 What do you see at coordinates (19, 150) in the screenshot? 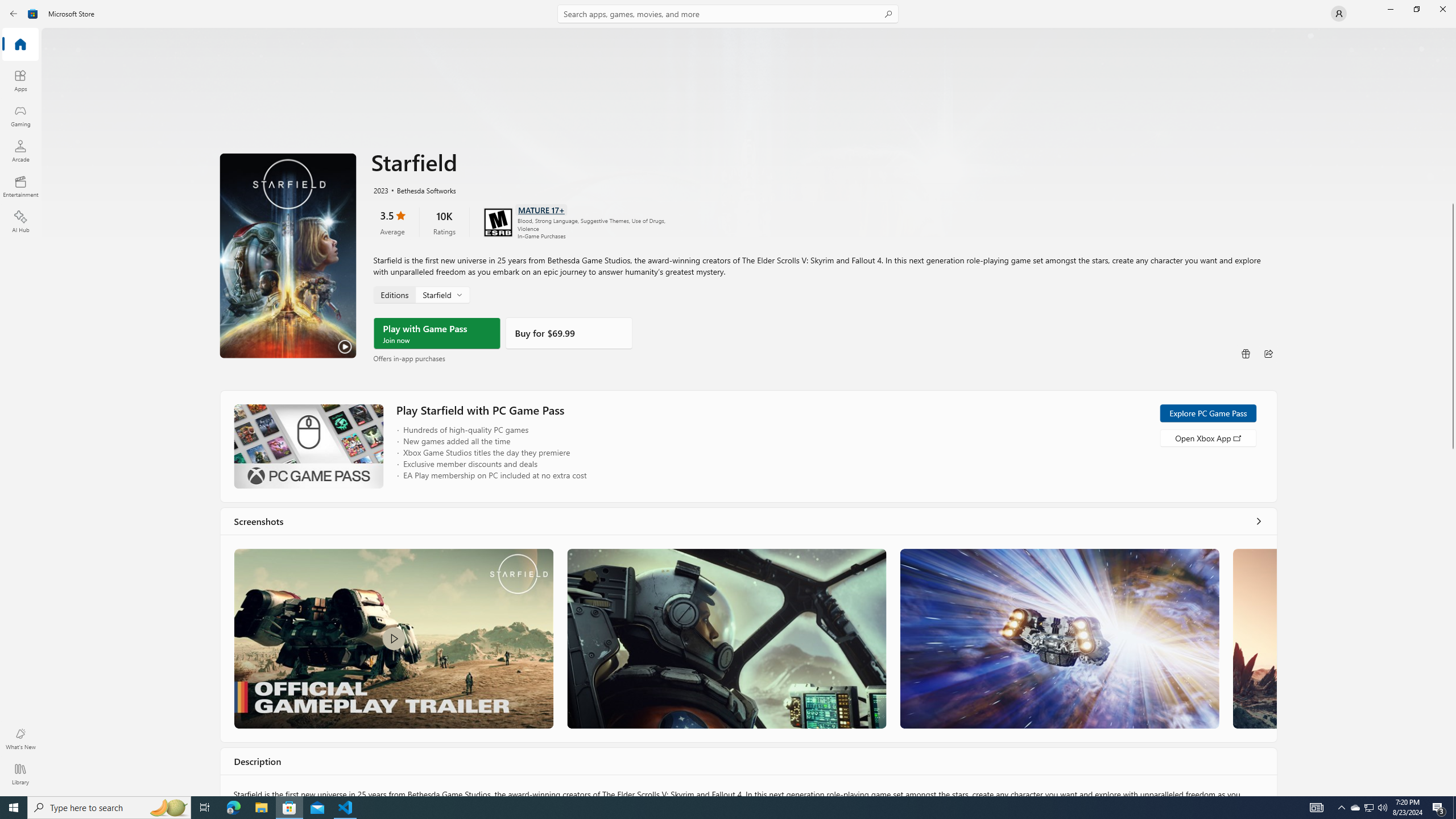
I see `'Arcade'` at bounding box center [19, 150].